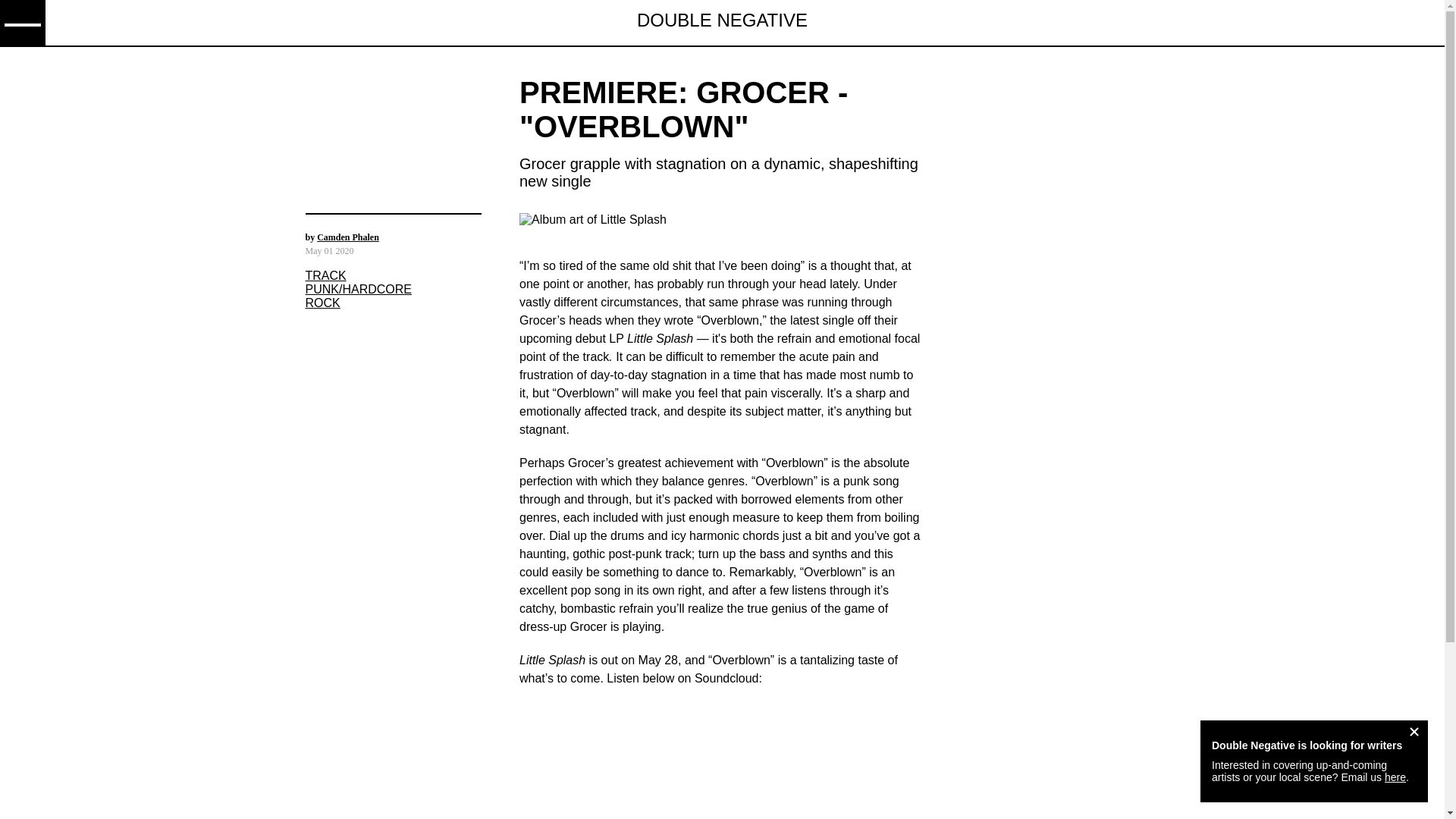 The height and width of the screenshot is (819, 1456). What do you see at coordinates (315, 237) in the screenshot?
I see `'Camden Phalen'` at bounding box center [315, 237].